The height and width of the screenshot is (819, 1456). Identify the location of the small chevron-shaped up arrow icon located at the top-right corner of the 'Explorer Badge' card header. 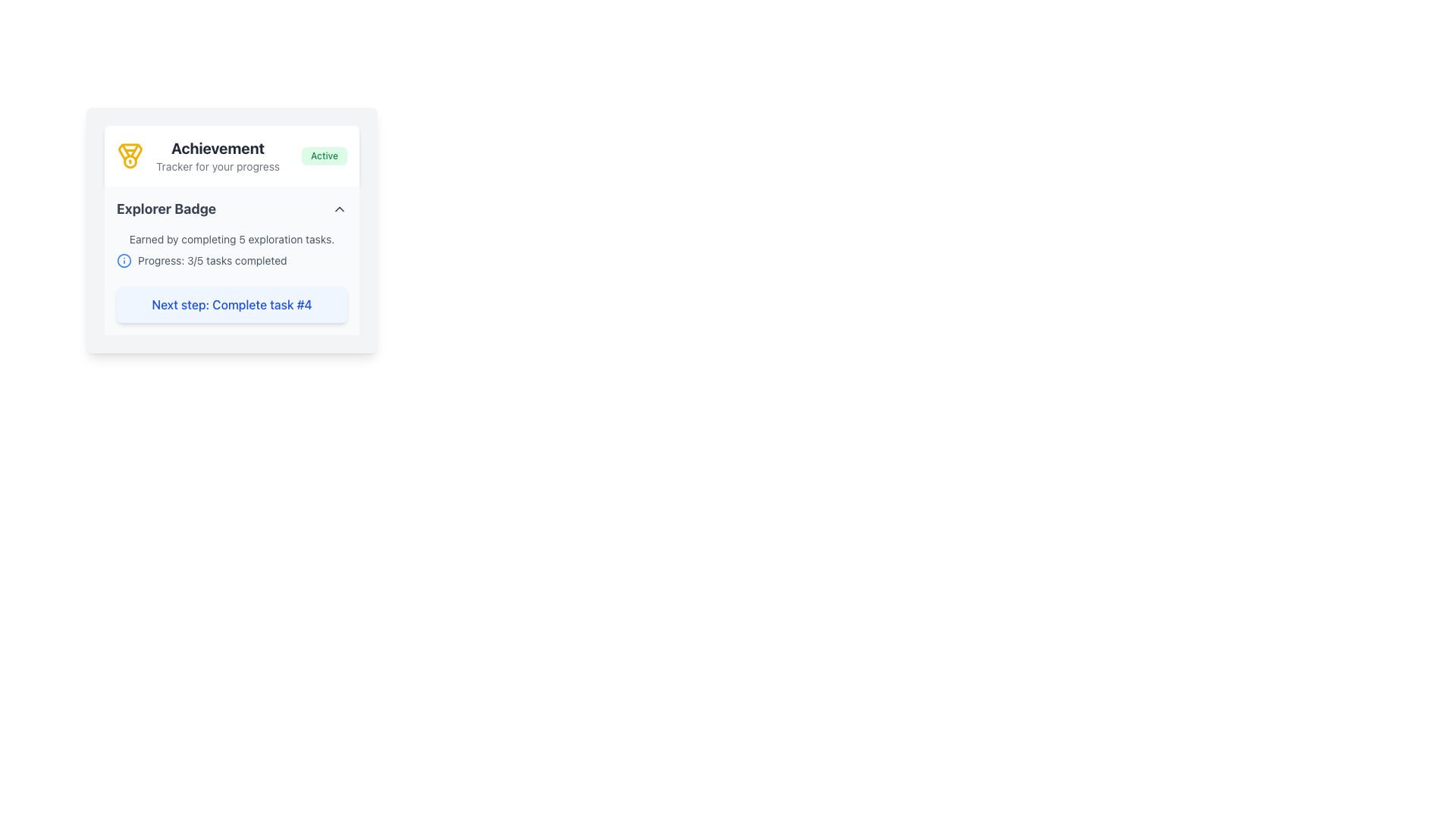
(338, 209).